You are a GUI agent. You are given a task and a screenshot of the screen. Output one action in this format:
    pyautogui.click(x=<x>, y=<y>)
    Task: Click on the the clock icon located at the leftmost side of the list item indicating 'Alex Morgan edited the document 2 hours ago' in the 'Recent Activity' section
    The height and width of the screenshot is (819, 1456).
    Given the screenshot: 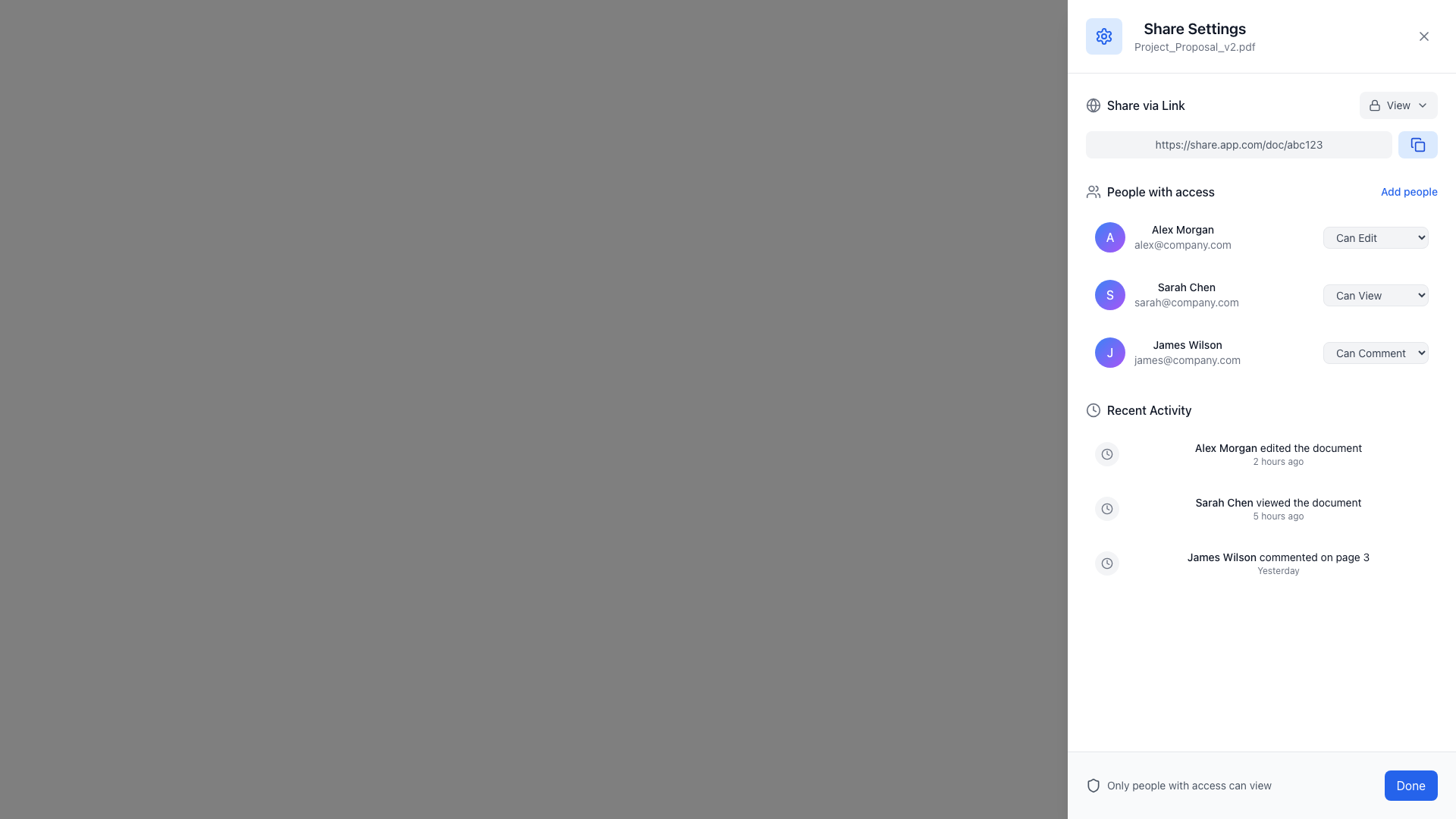 What is the action you would take?
    pyautogui.click(x=1106, y=453)
    